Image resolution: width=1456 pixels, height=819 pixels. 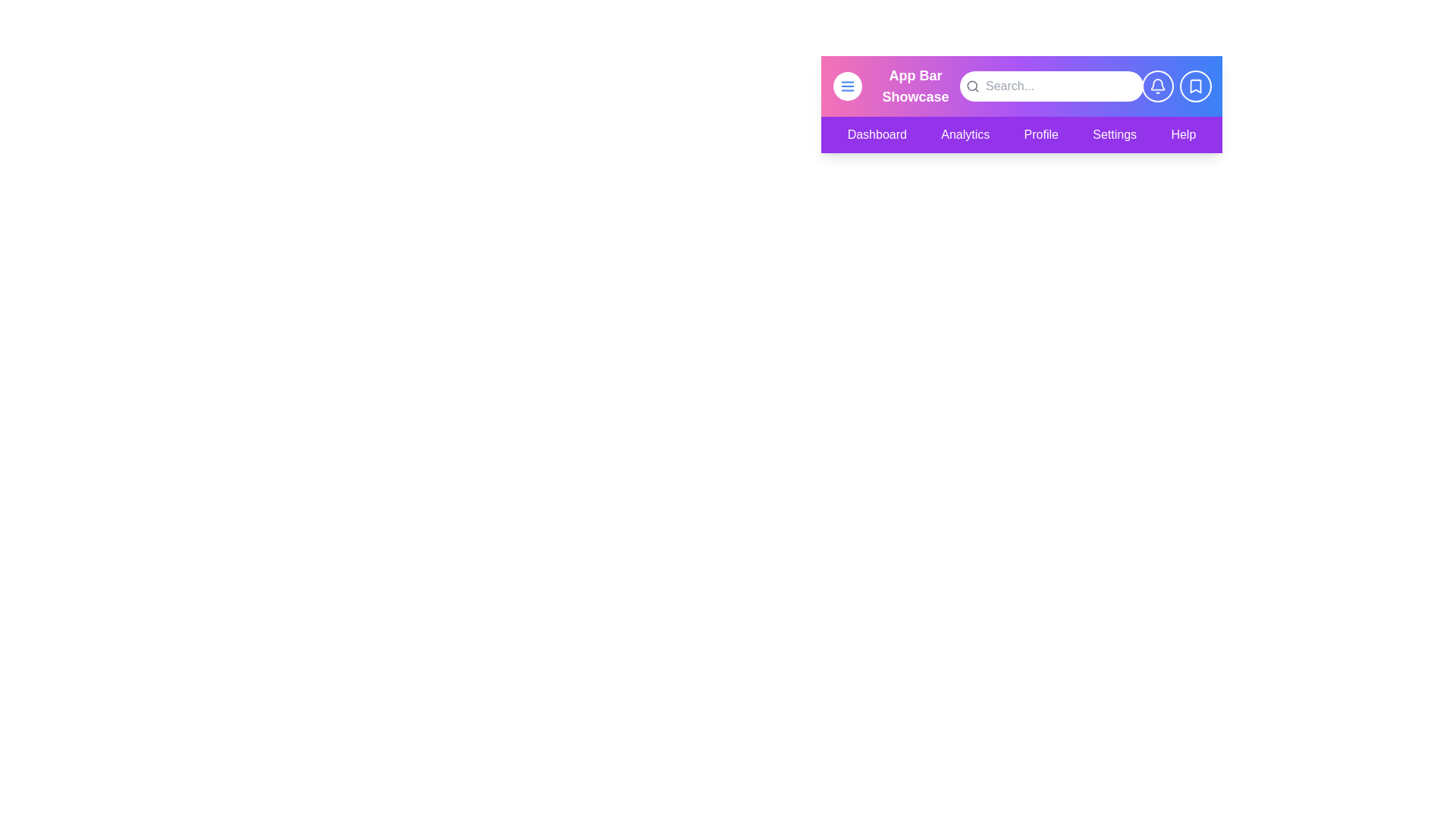 I want to click on the notification button, so click(x=1156, y=86).